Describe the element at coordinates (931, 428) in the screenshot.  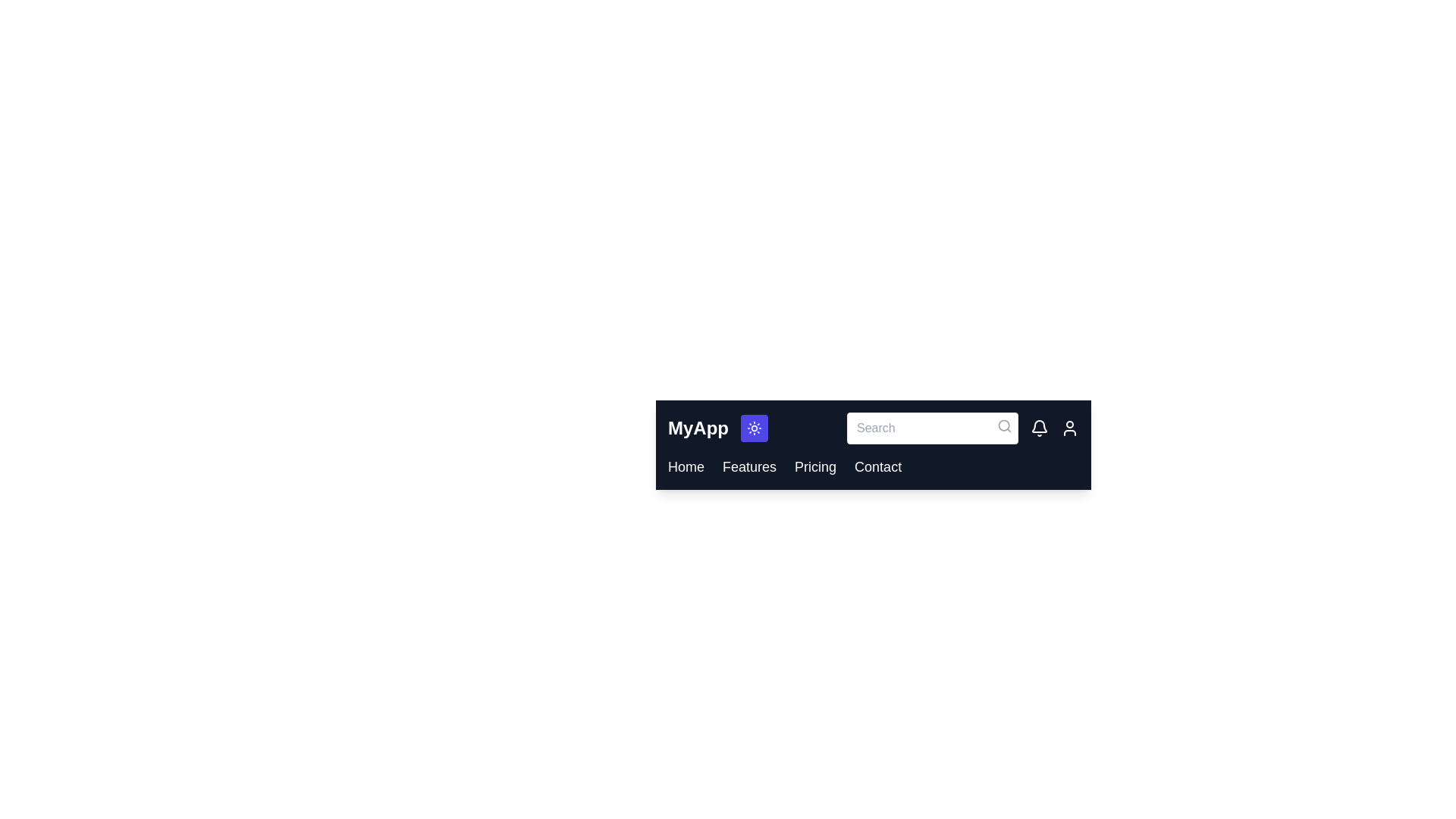
I see `the search bar and type a query` at that location.